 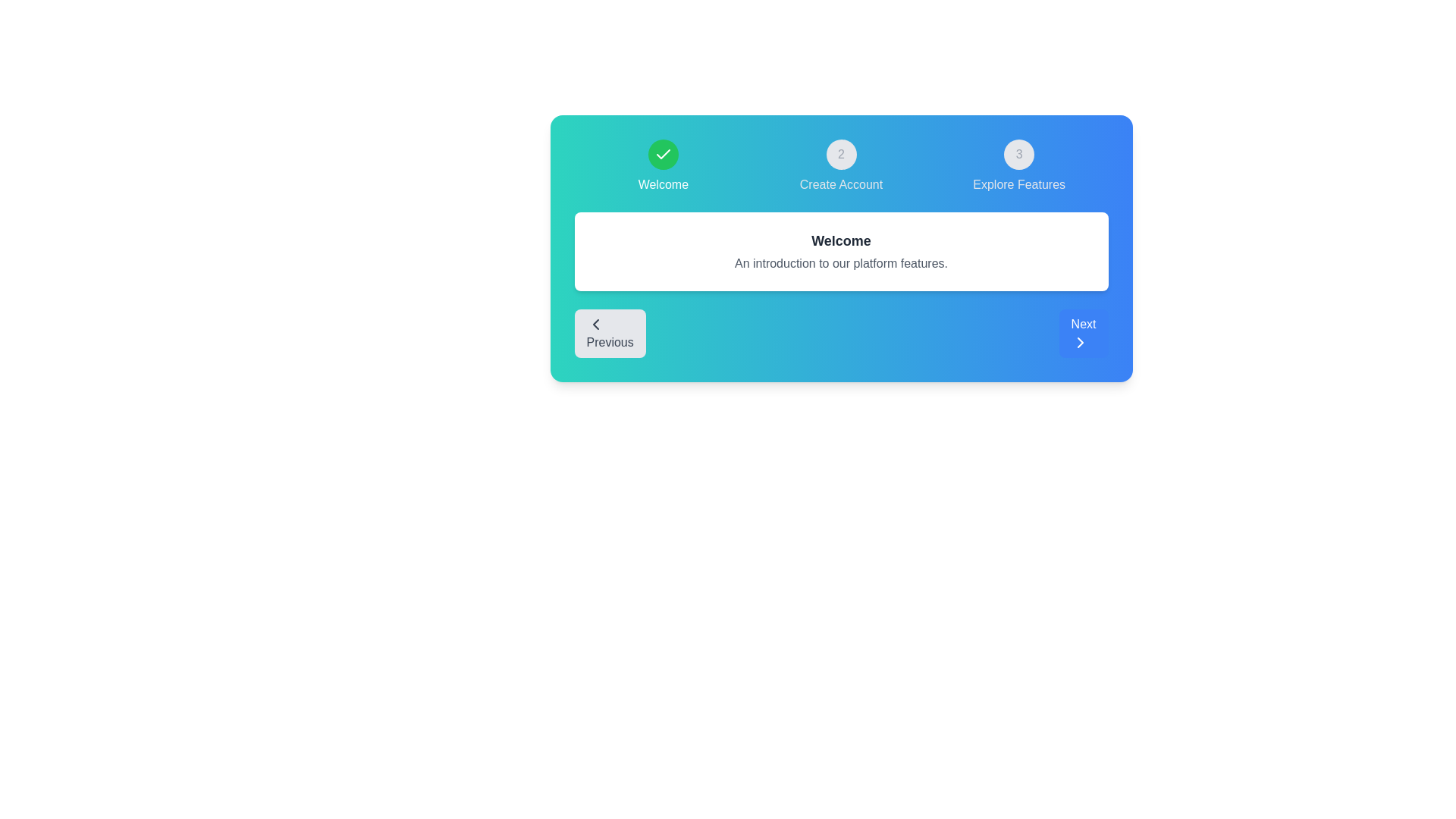 What do you see at coordinates (1083, 332) in the screenshot?
I see `Next button to navigate to the Next step` at bounding box center [1083, 332].